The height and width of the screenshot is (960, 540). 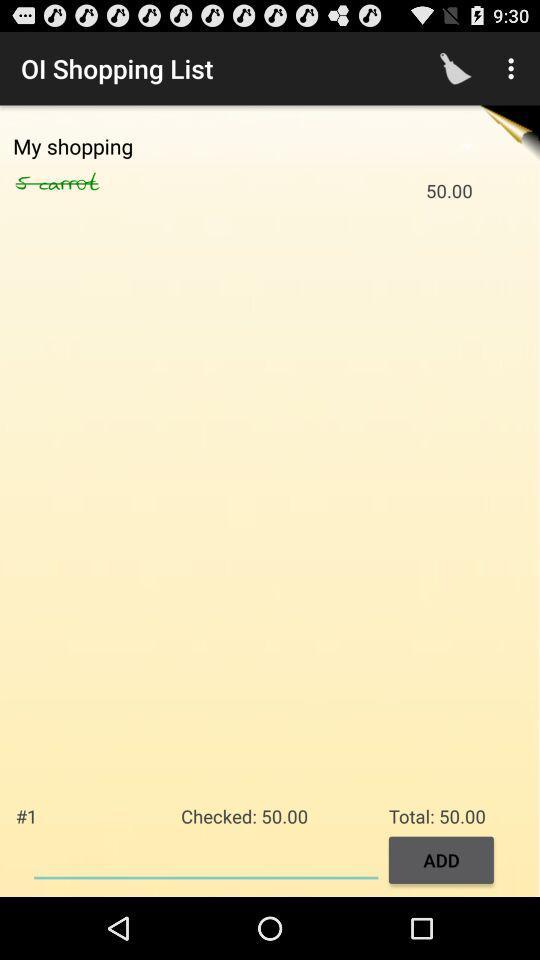 What do you see at coordinates (26, 183) in the screenshot?
I see `the 5  app` at bounding box center [26, 183].